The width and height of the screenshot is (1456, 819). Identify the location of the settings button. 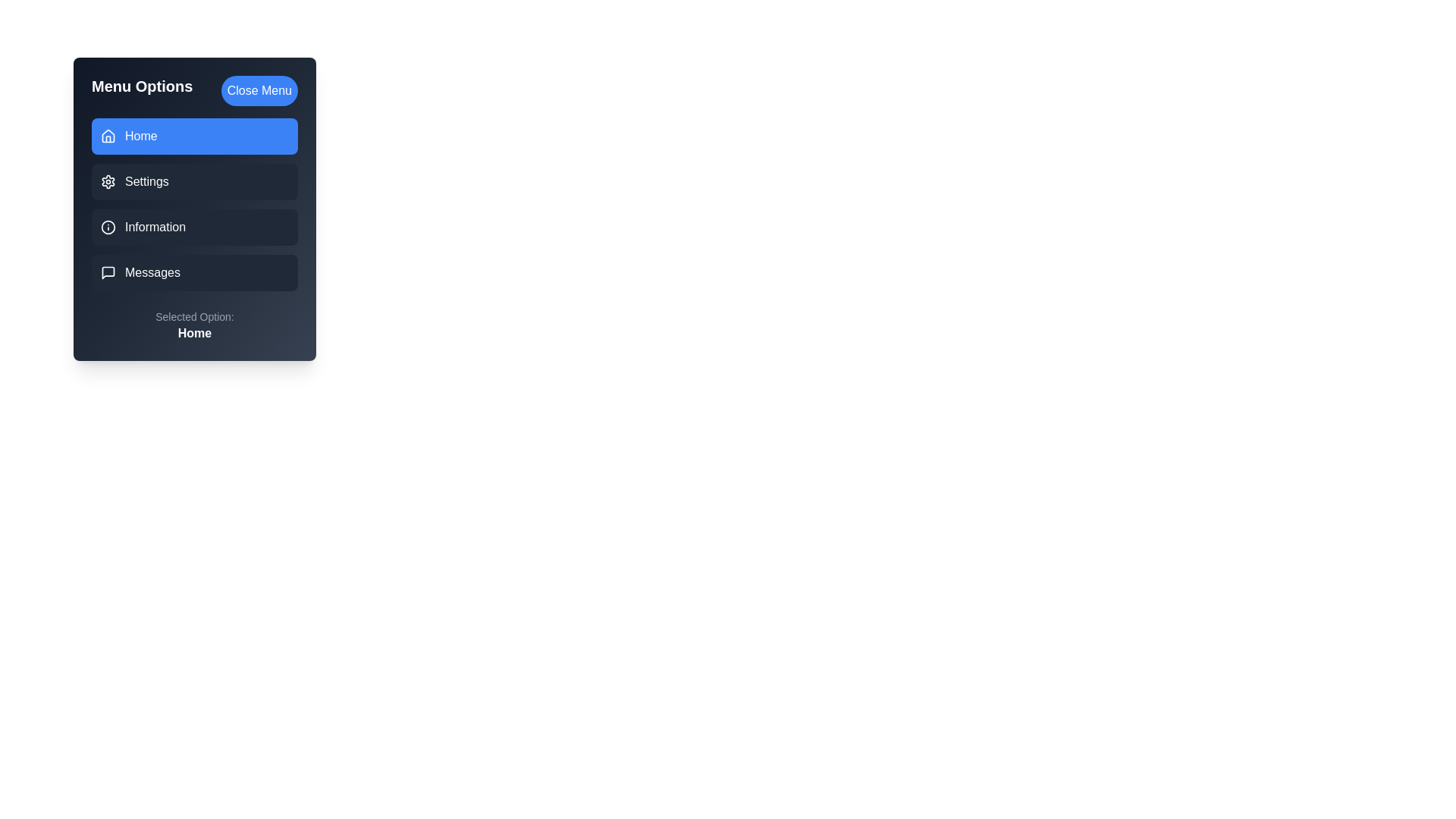
(194, 180).